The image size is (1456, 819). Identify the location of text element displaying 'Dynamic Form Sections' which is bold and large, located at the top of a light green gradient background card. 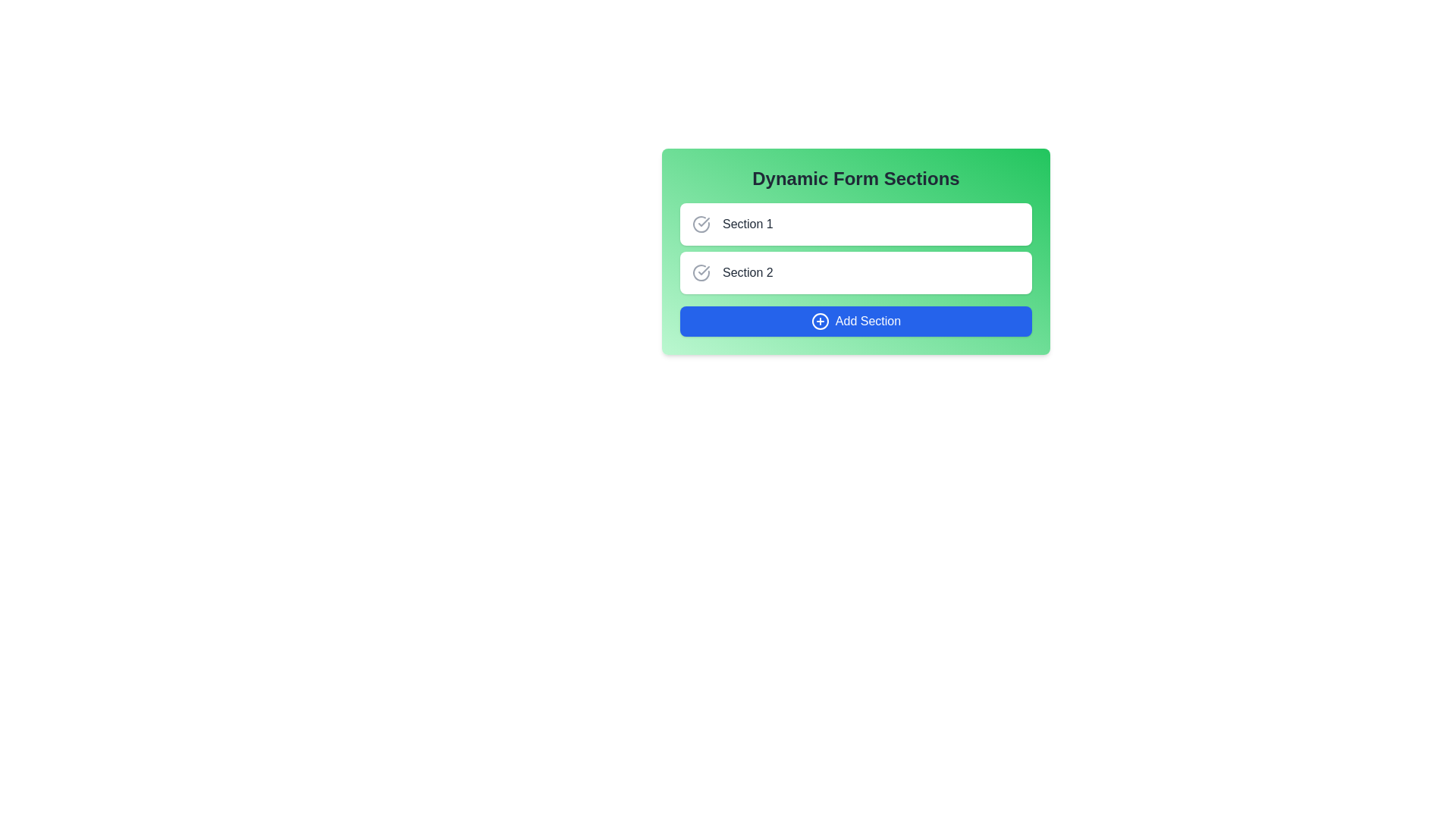
(855, 177).